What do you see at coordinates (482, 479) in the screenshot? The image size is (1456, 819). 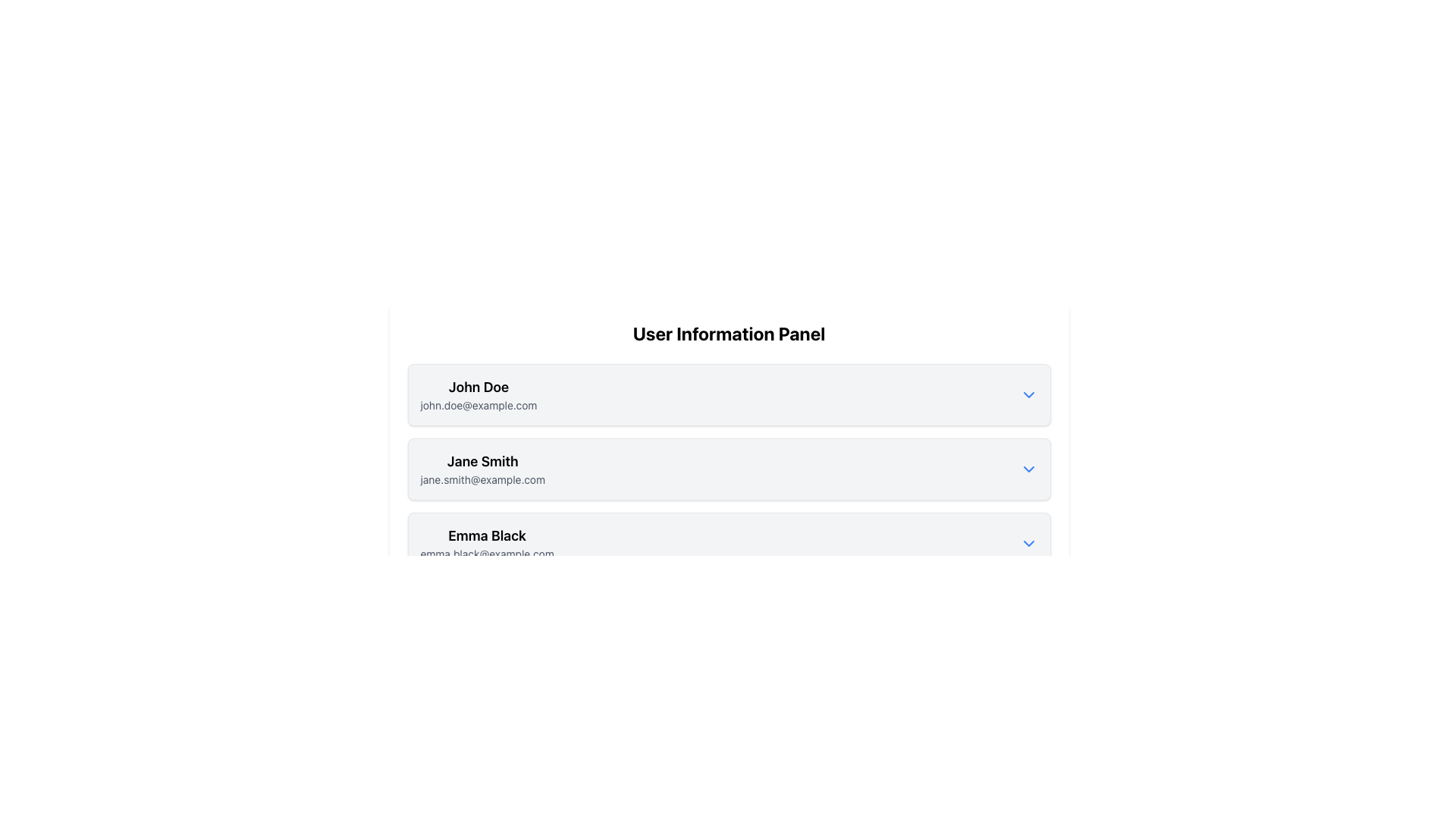 I see `the text label displaying the email address associated with 'Jane Smith', which is styled in a smaller gray font and located in the user information panel` at bounding box center [482, 479].